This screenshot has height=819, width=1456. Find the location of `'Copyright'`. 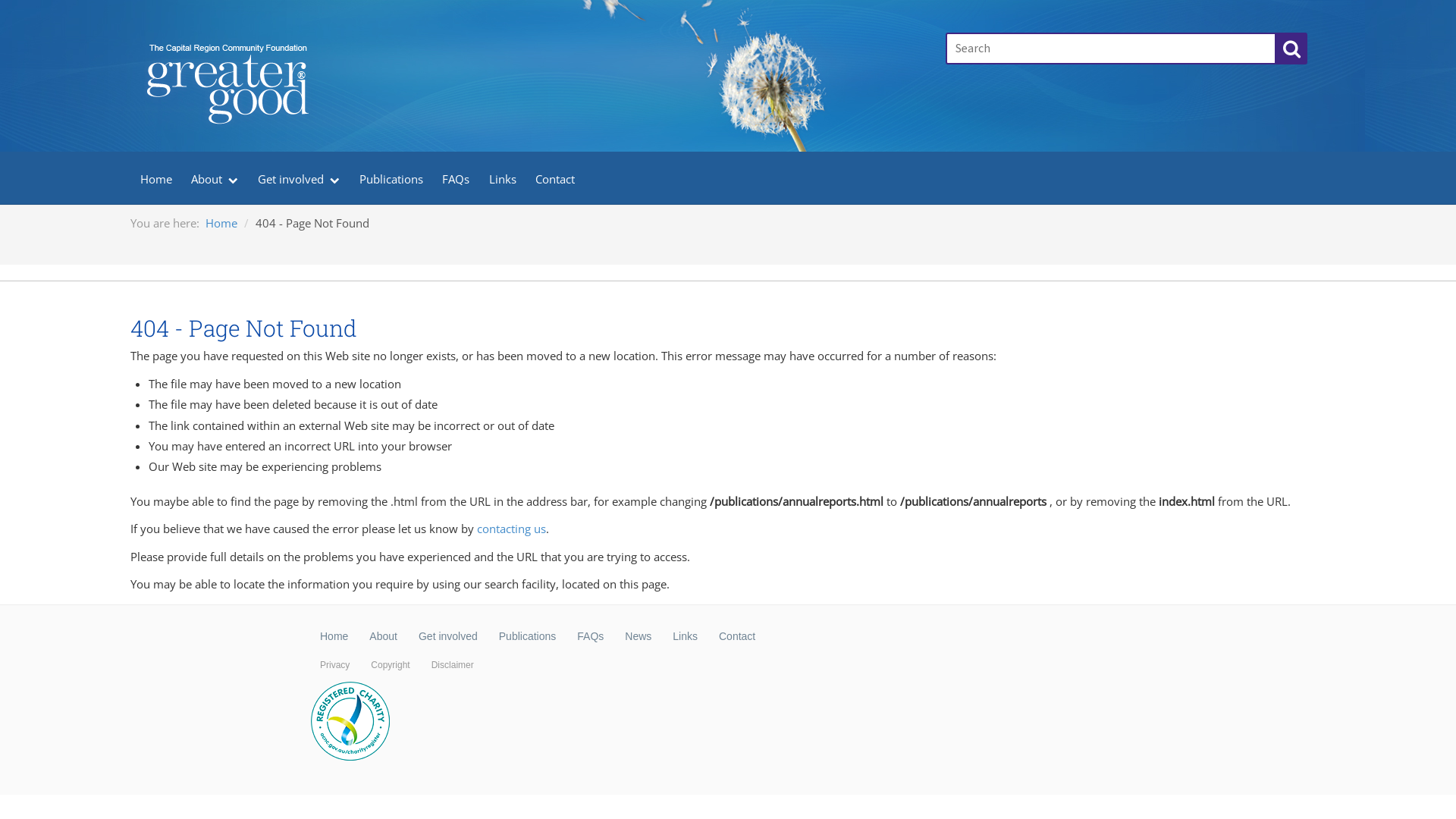

'Copyright' is located at coordinates (359, 664).